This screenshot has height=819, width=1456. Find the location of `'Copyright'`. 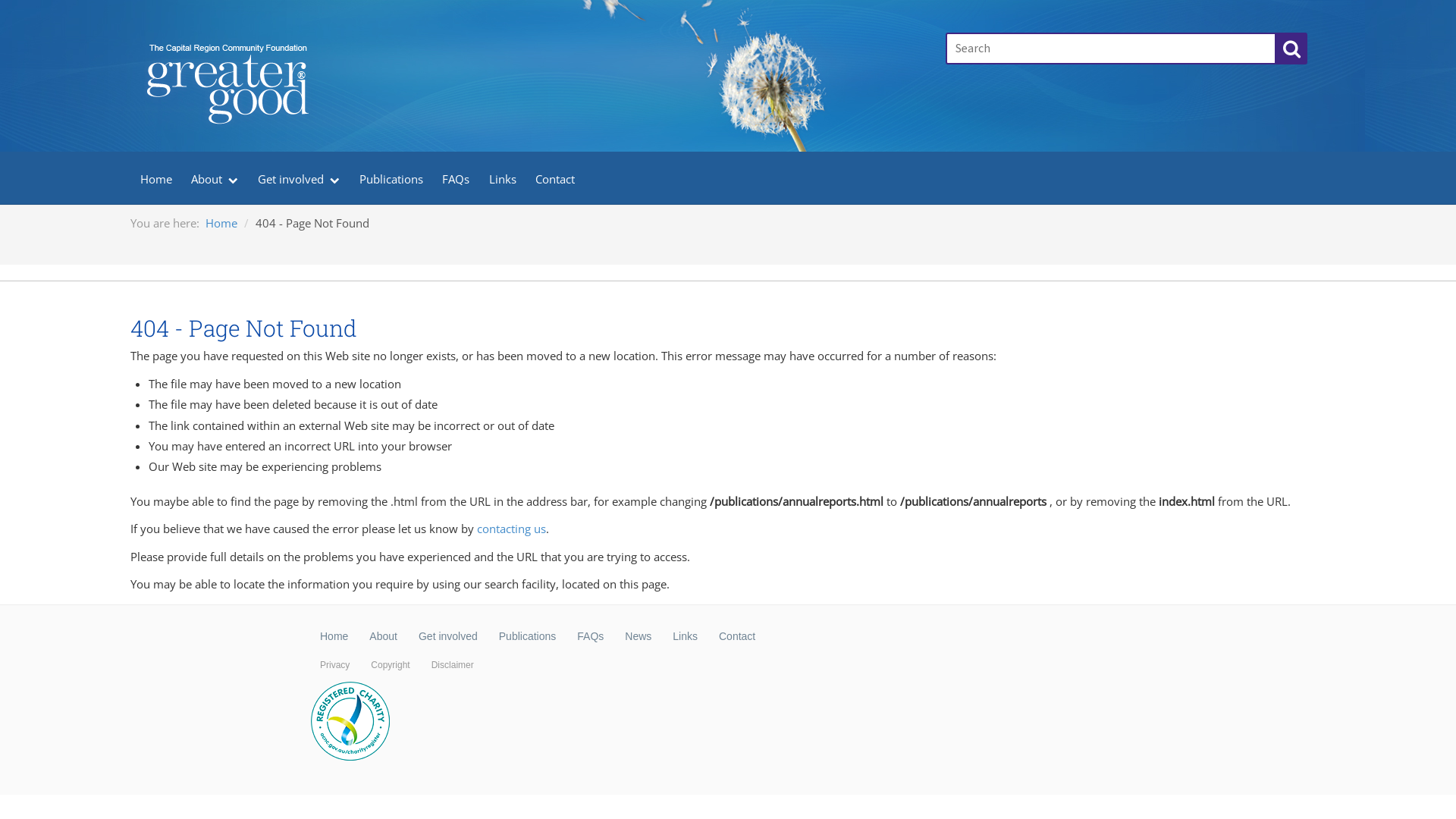

'Copyright' is located at coordinates (359, 664).